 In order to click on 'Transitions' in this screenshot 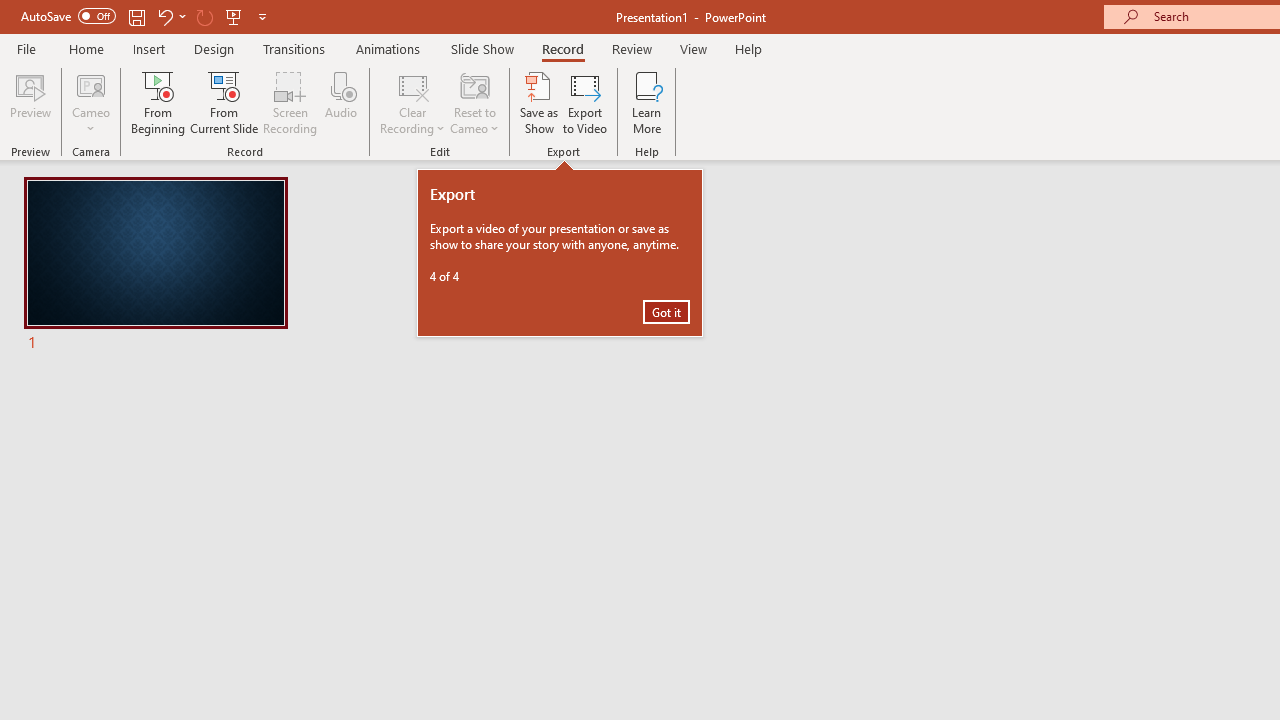, I will do `click(294, 48)`.